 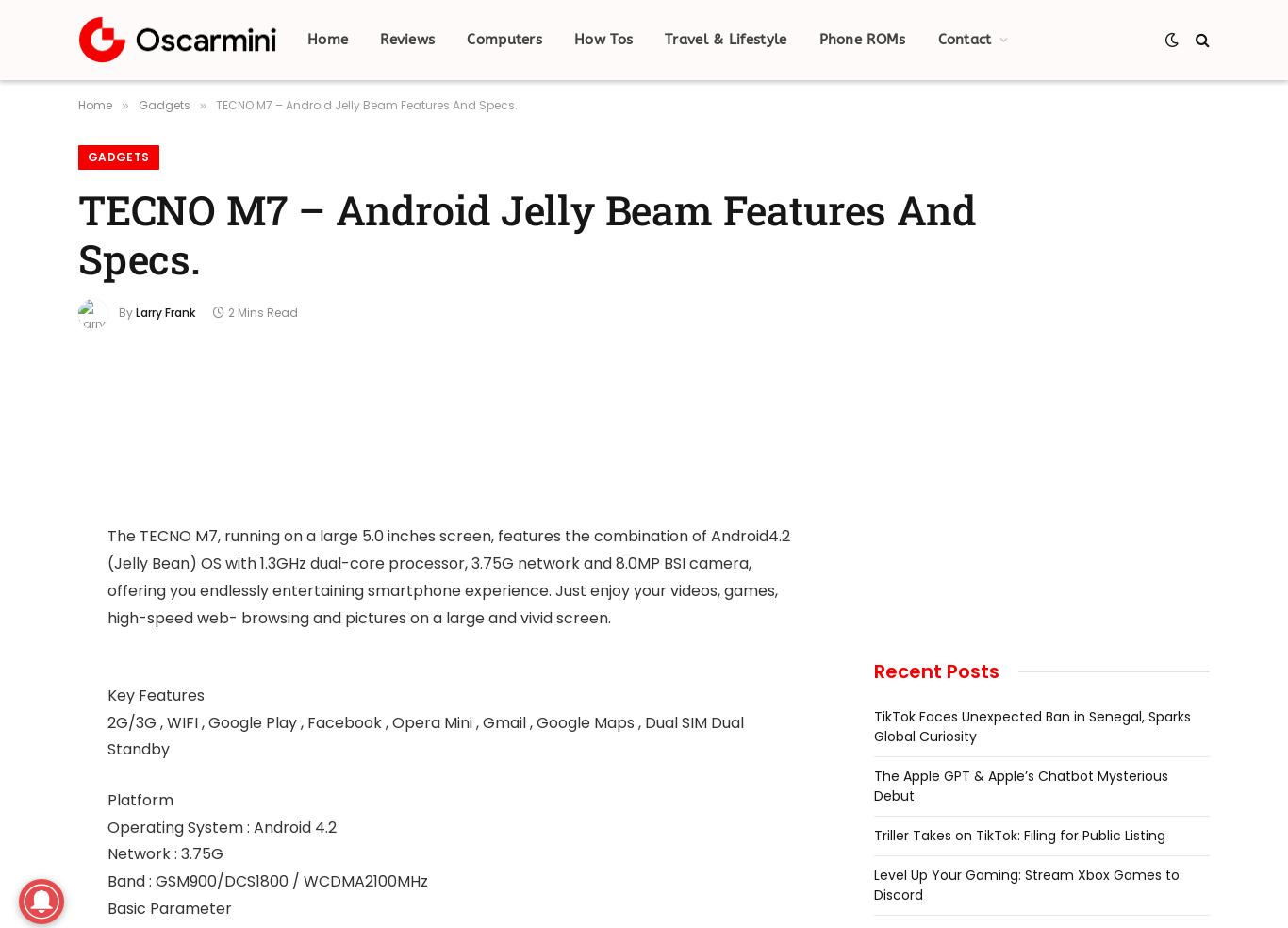 What do you see at coordinates (1031, 724) in the screenshot?
I see `'TikTok Faces Unexpected Ban in Senegal, Sparks Global Curiosity'` at bounding box center [1031, 724].